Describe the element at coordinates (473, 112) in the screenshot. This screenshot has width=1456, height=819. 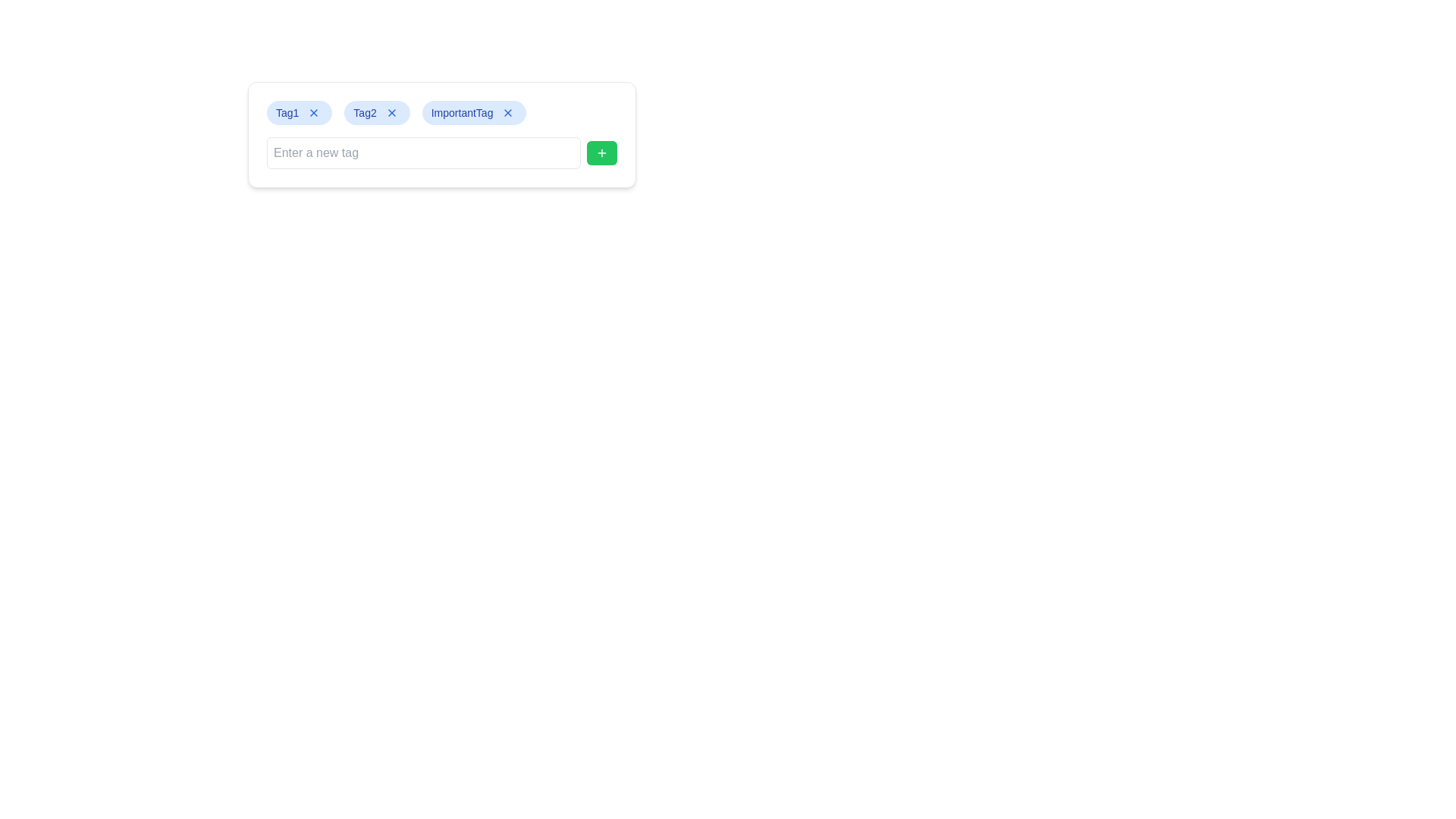
I see `the 'ImportantTag' tag component, which is styled with a light blue pill-shaped background and features a close button with a blue 'X' icon` at that location.